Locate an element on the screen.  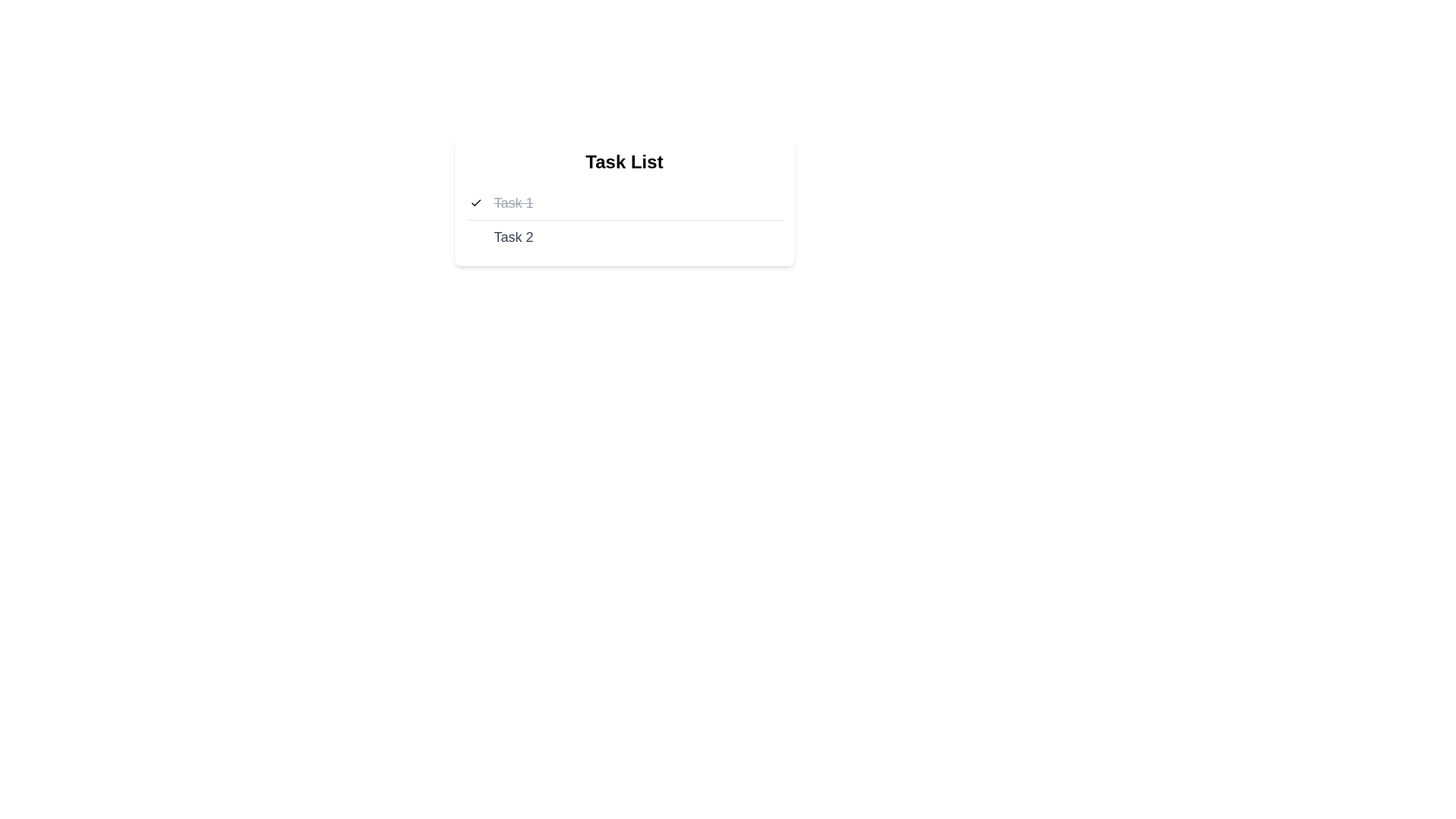
the Status indicator button element, which is a round icon in front of the text 'Task 2' is located at coordinates (475, 237).